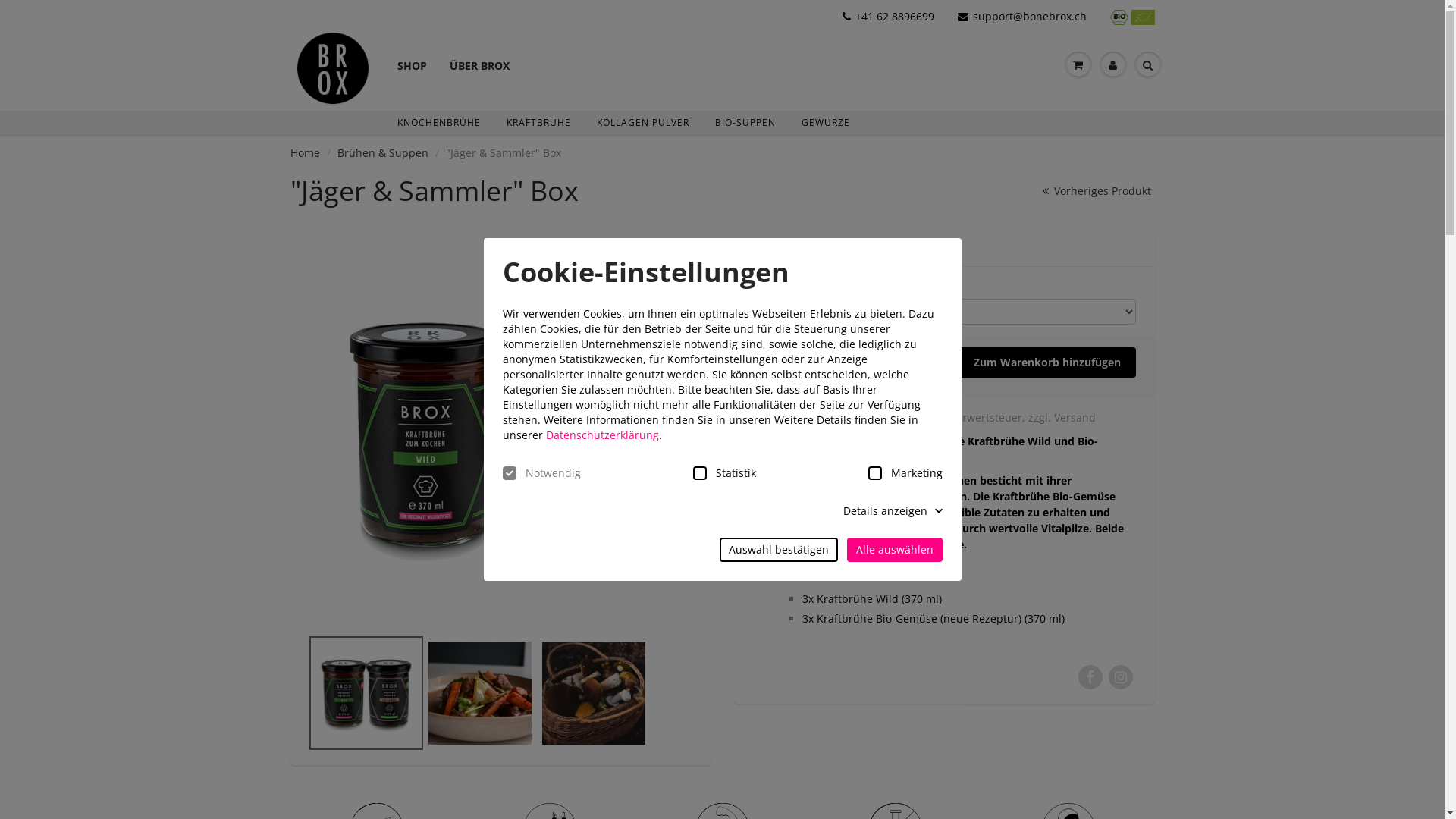 This screenshot has height=819, width=1456. What do you see at coordinates (1022, 17) in the screenshot?
I see `'support@bonebrox.ch'` at bounding box center [1022, 17].